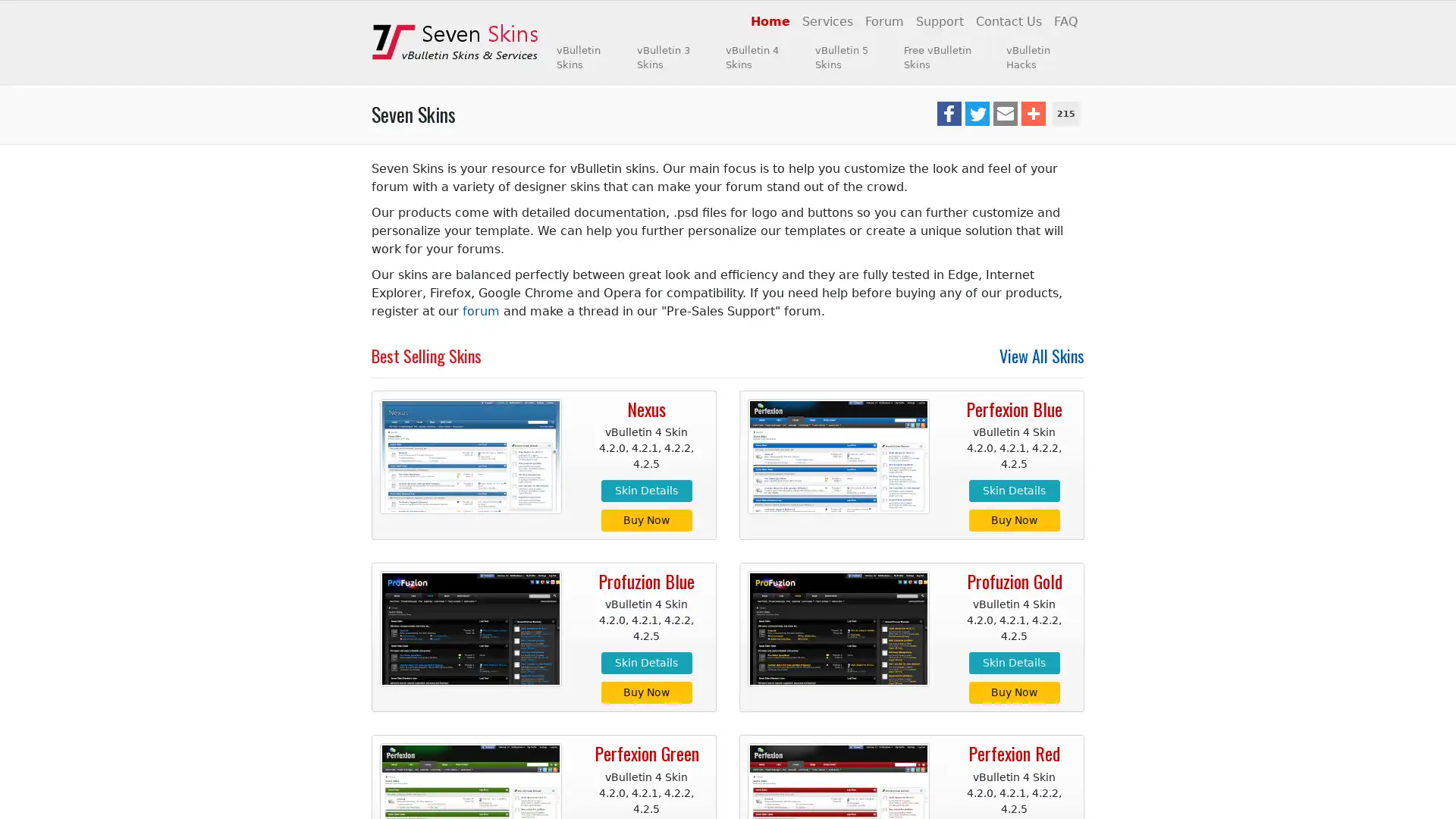  I want to click on Buy Now, so click(645, 692).